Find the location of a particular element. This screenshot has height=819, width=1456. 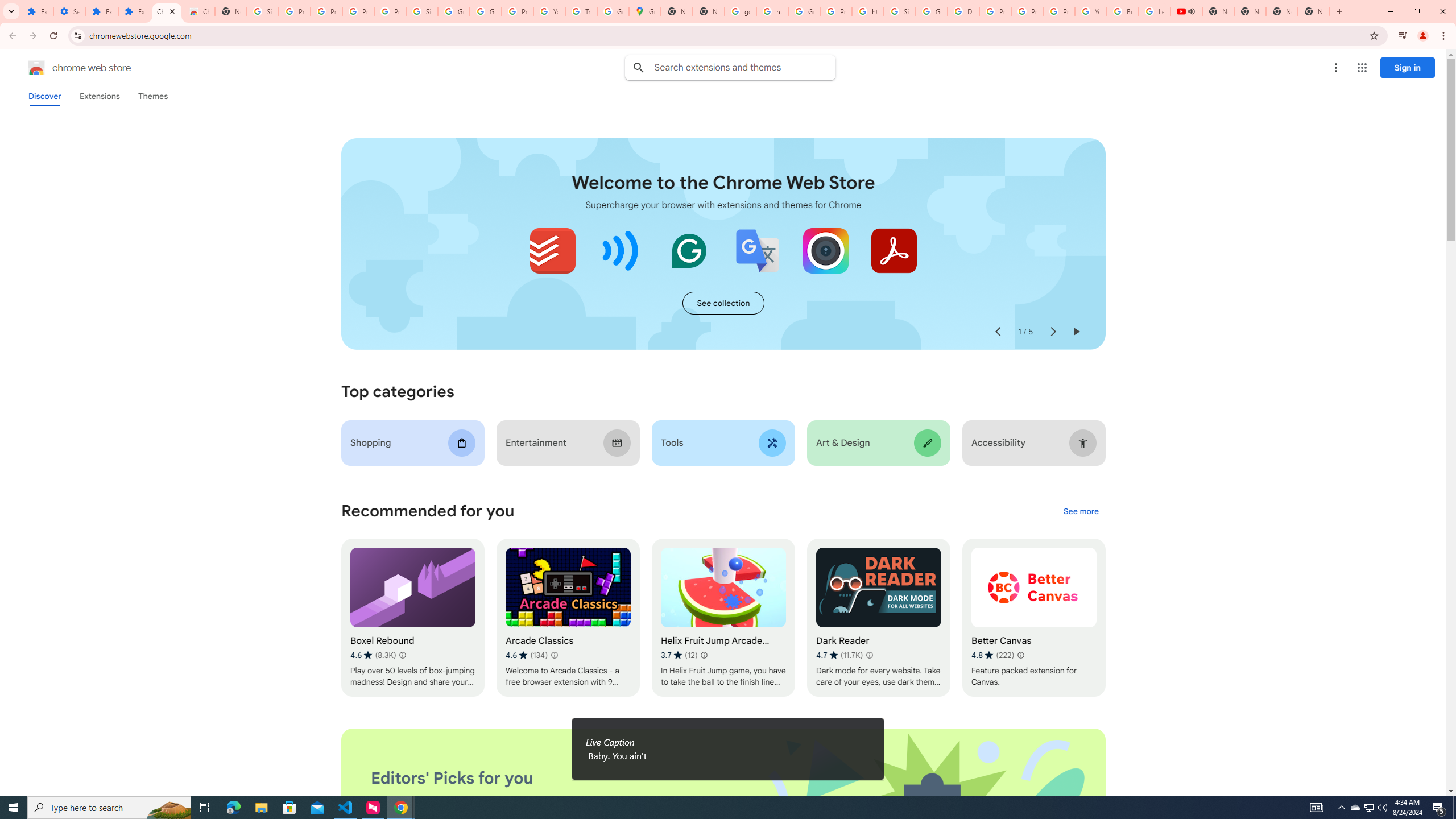

'Privacy Help Center - Policies Help' is located at coordinates (994, 11).